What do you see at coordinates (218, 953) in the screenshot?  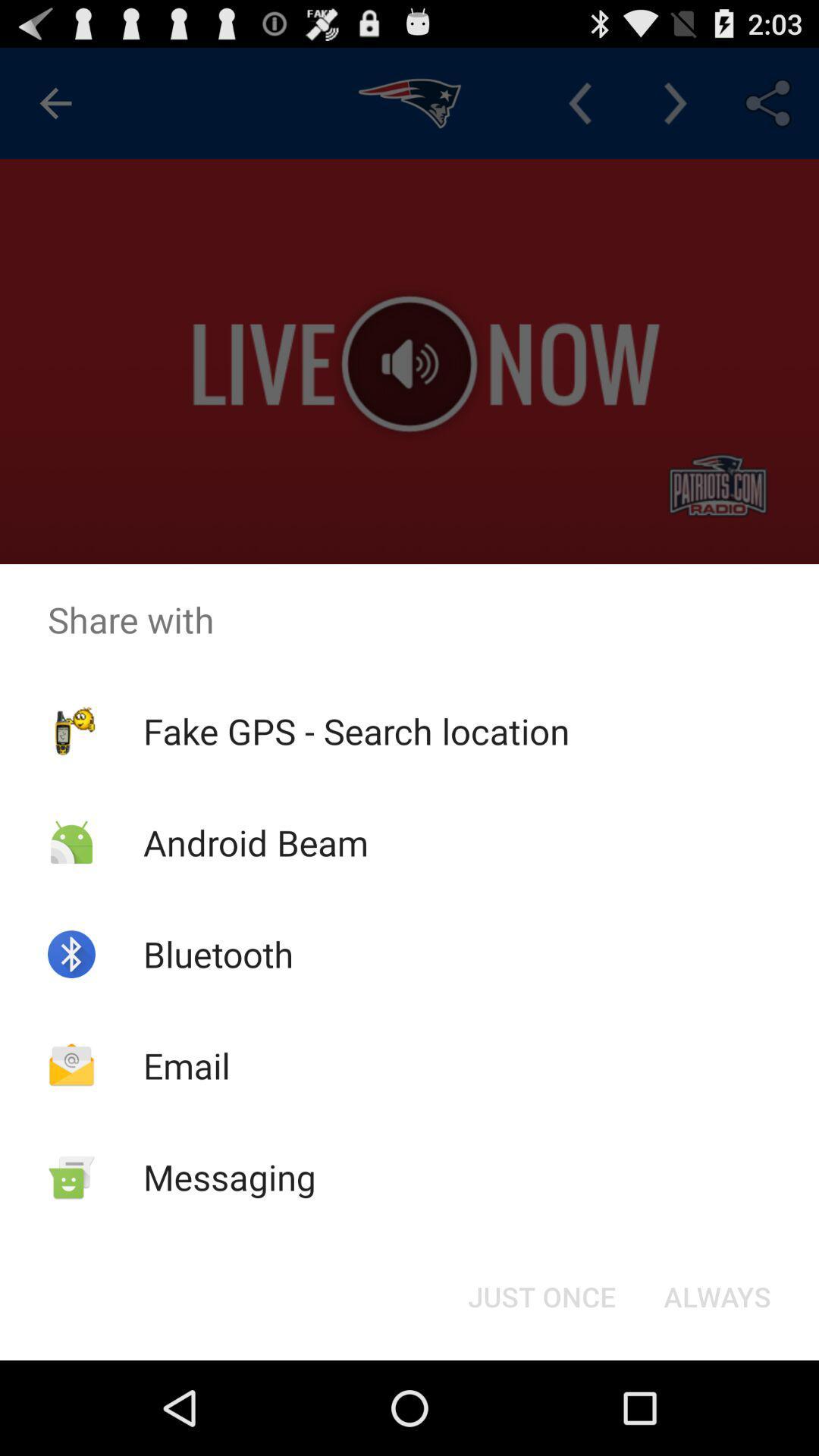 I see `item above the email item` at bounding box center [218, 953].